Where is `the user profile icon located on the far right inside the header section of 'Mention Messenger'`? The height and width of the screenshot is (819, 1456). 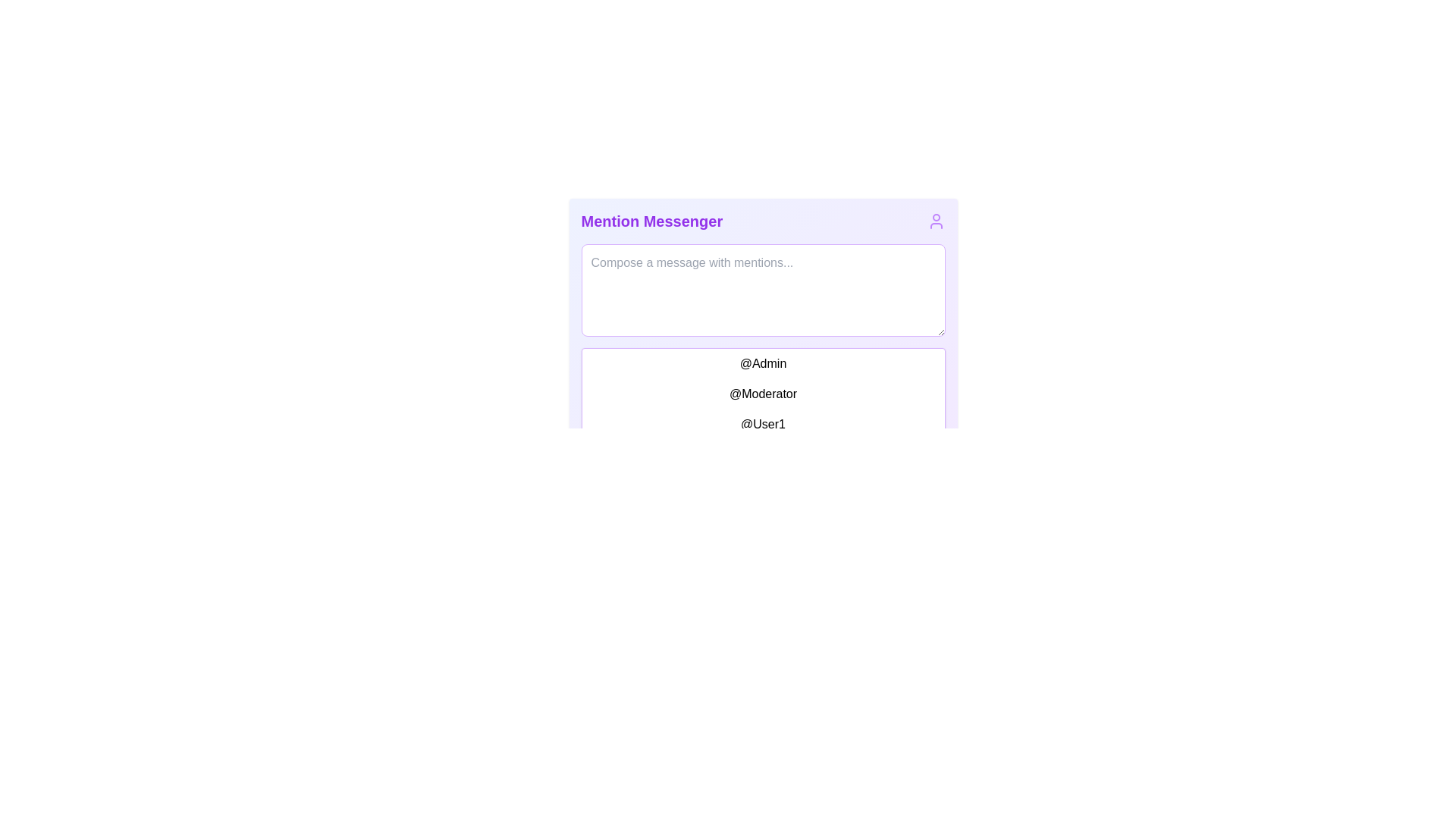
the user profile icon located on the far right inside the header section of 'Mention Messenger' is located at coordinates (935, 221).